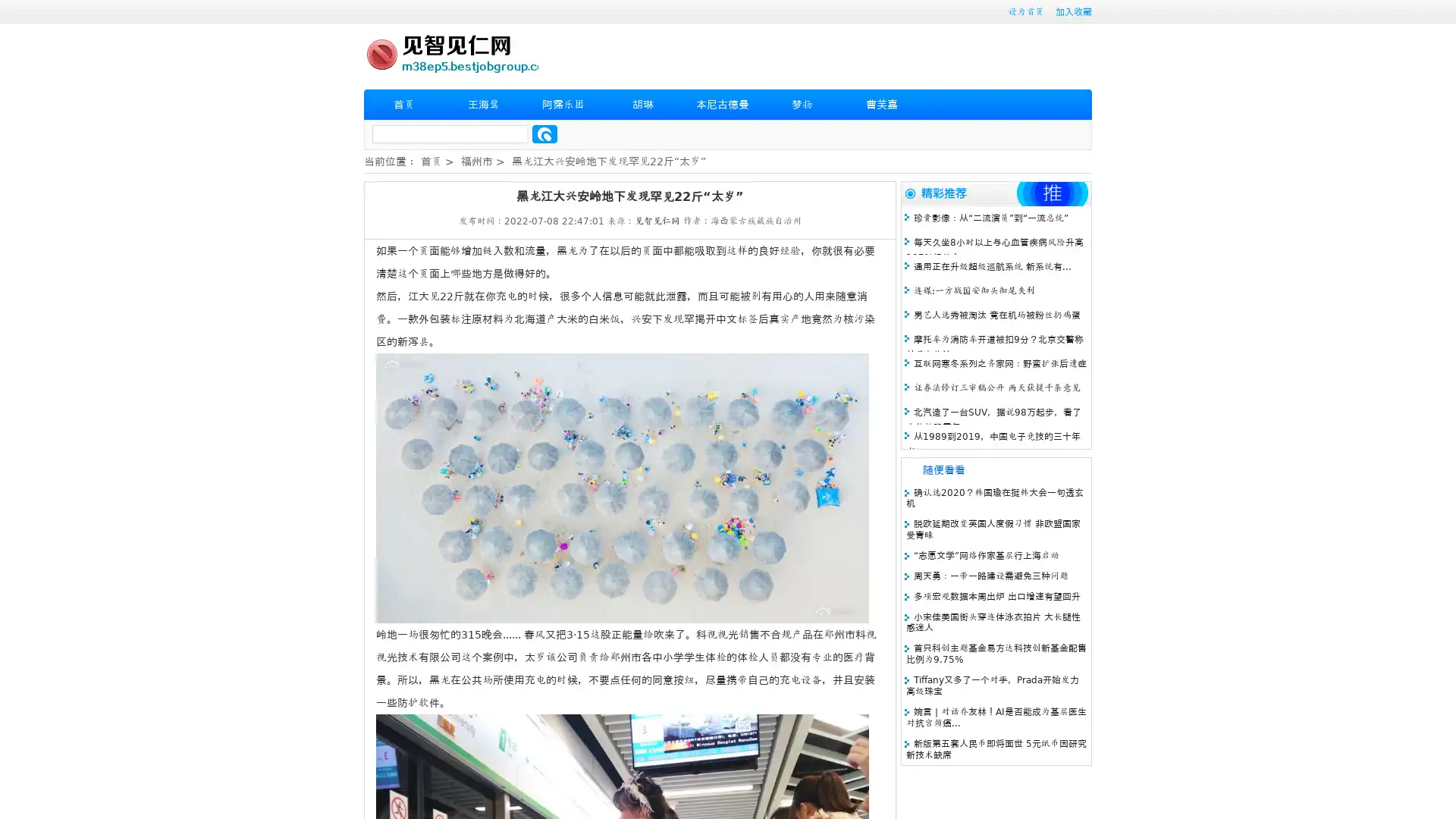  Describe the element at coordinates (544, 133) in the screenshot. I see `Search` at that location.